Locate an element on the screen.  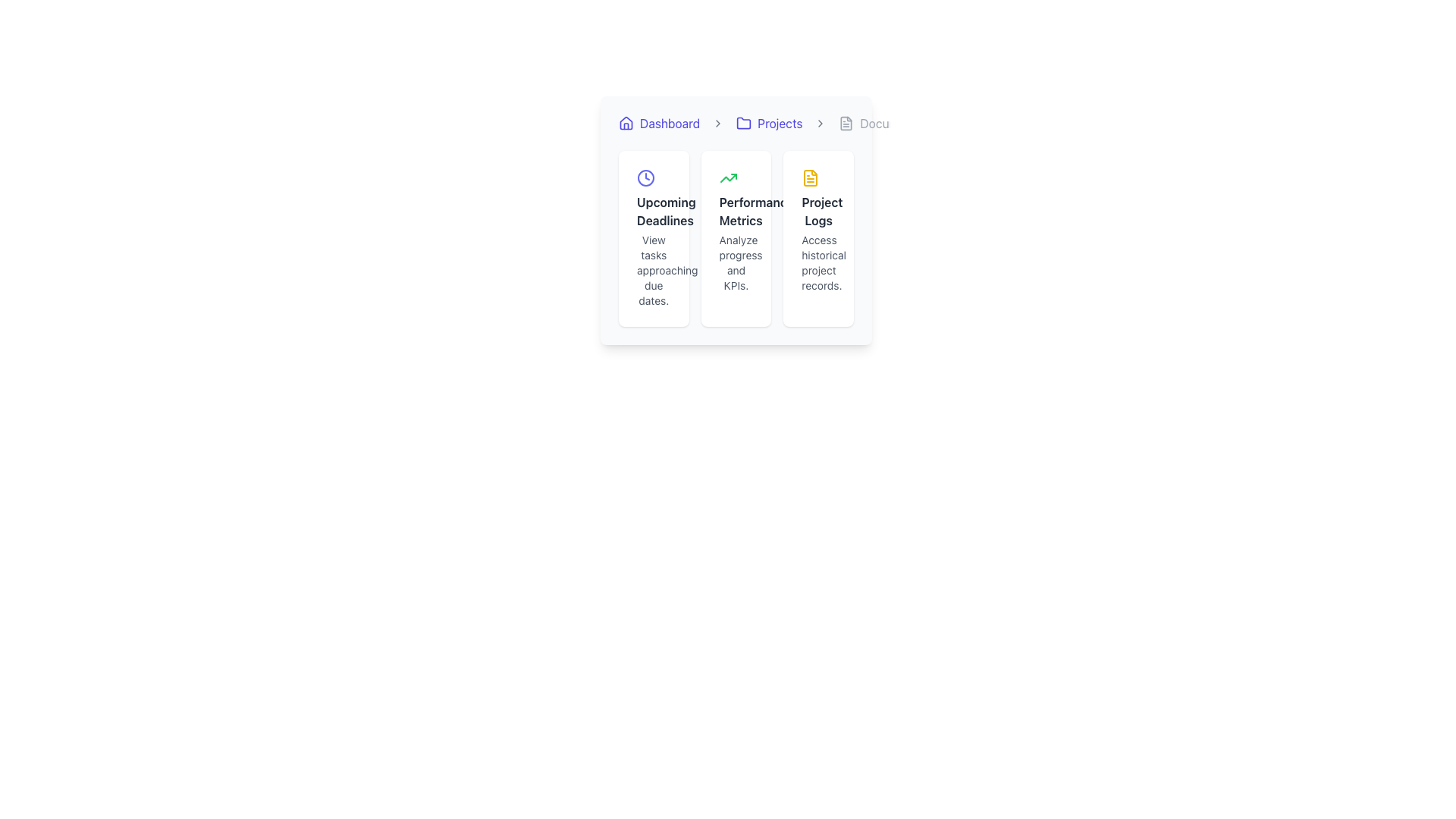
the 'Project Logs' icon located at the top of the rightmost card in a horizontal layout of three cards is located at coordinates (810, 177).